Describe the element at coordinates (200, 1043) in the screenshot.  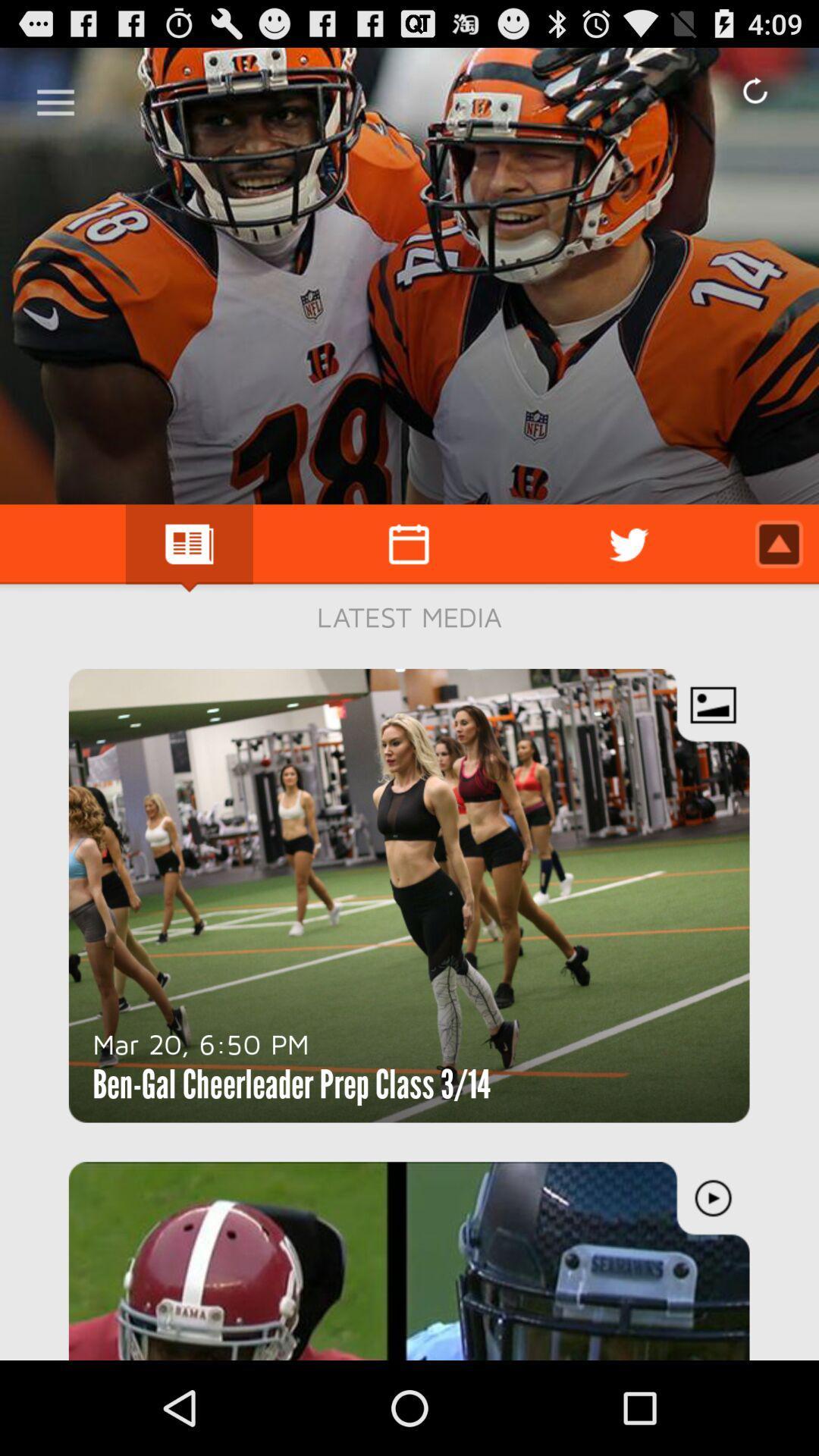
I see `the mar 20 6 item` at that location.